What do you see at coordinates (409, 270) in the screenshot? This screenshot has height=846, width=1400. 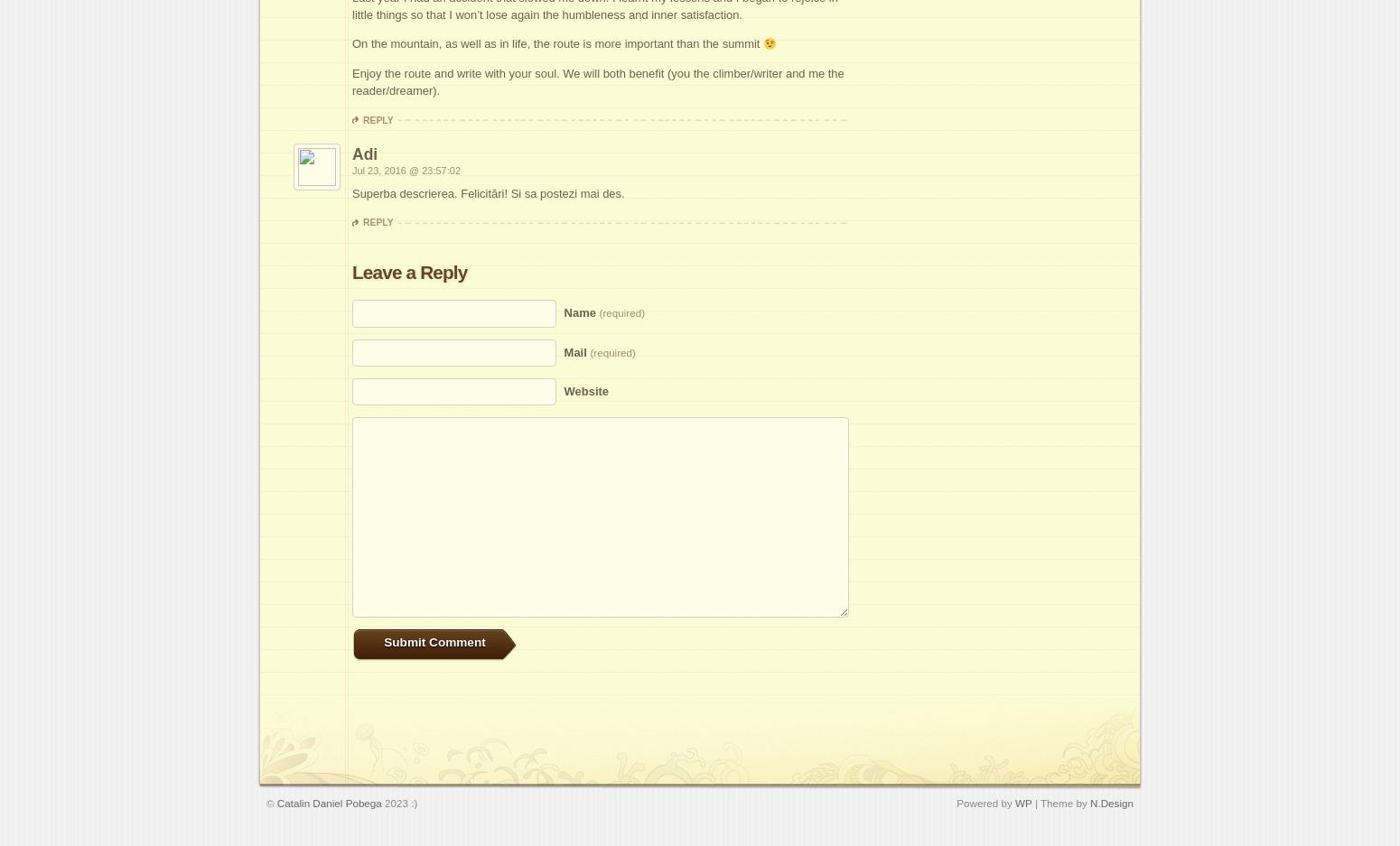 I see `'Leave a Reply'` at bounding box center [409, 270].